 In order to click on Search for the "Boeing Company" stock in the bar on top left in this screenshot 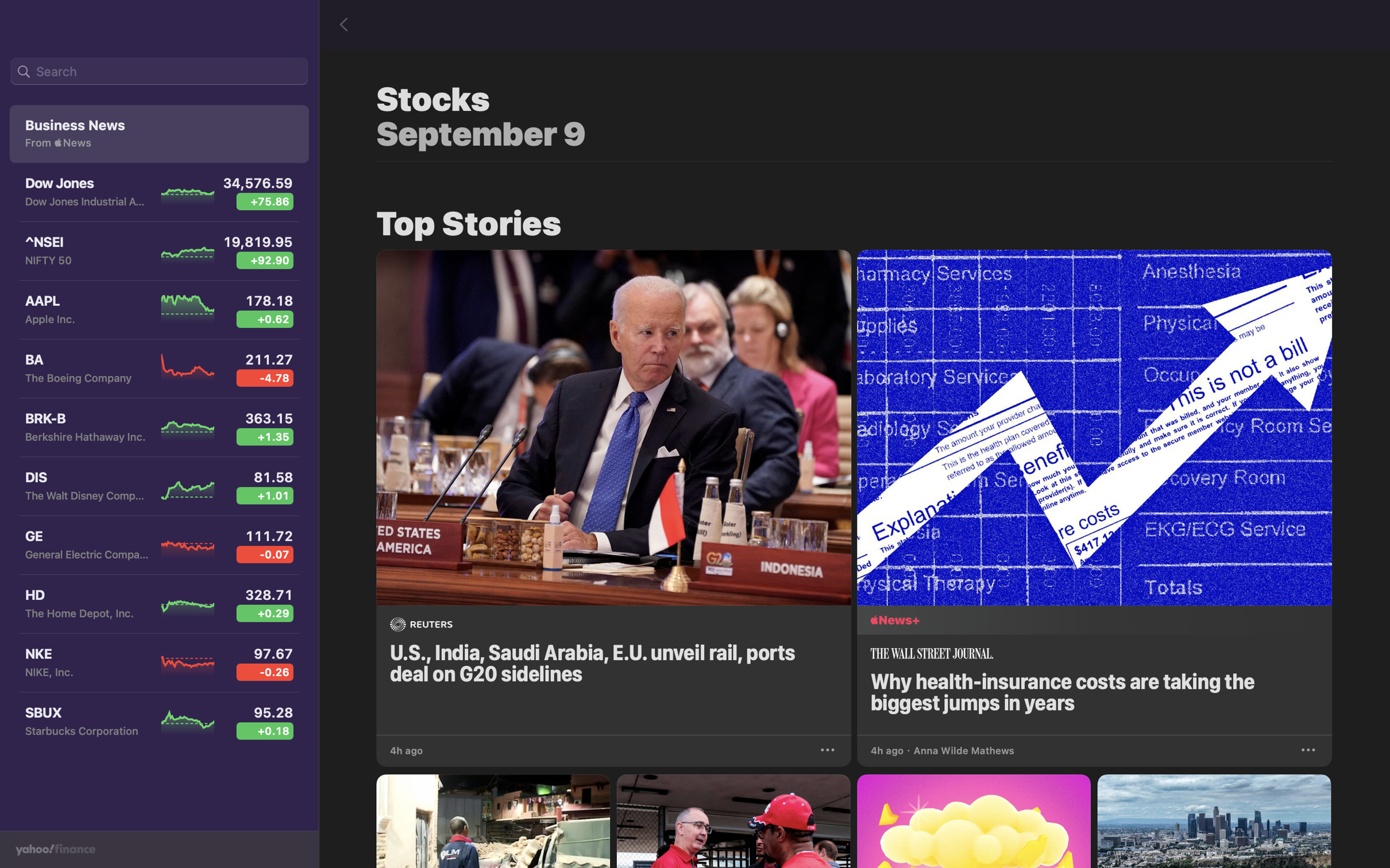, I will do `click(159, 72)`.